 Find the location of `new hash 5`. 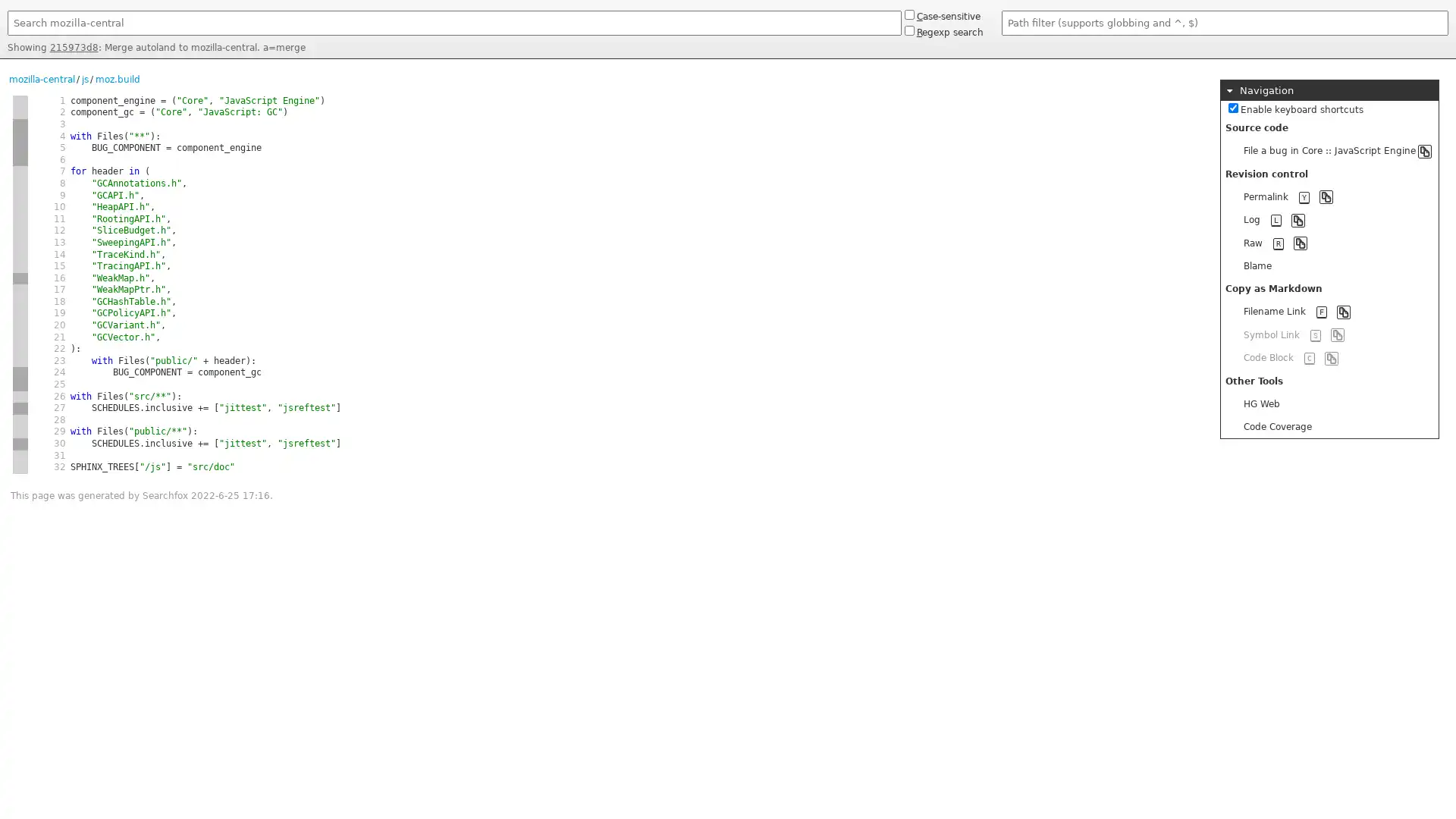

new hash 5 is located at coordinates (20, 455).